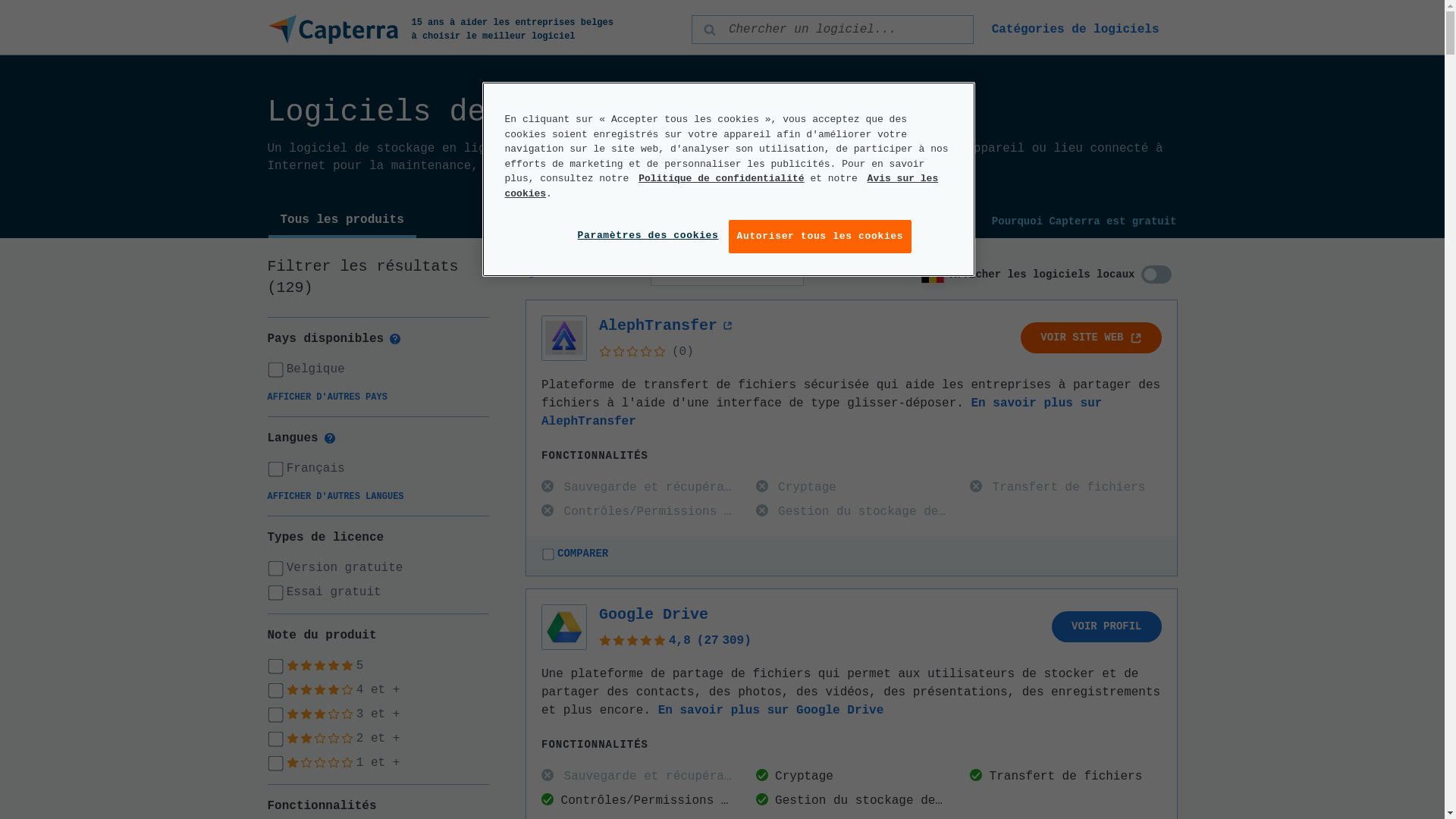  I want to click on '2 et +', so click(378, 738).